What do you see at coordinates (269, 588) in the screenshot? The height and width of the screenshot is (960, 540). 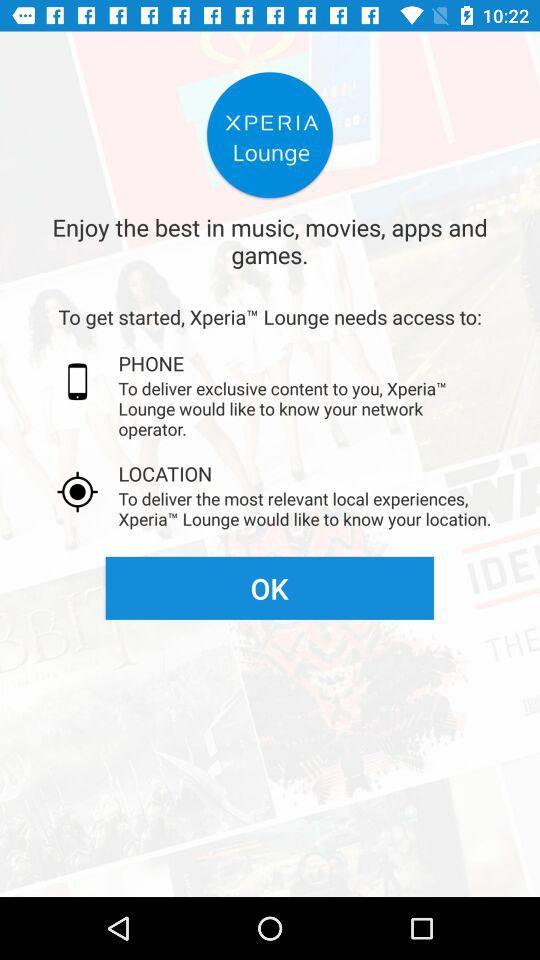 I see `item below the to deliver the` at bounding box center [269, 588].